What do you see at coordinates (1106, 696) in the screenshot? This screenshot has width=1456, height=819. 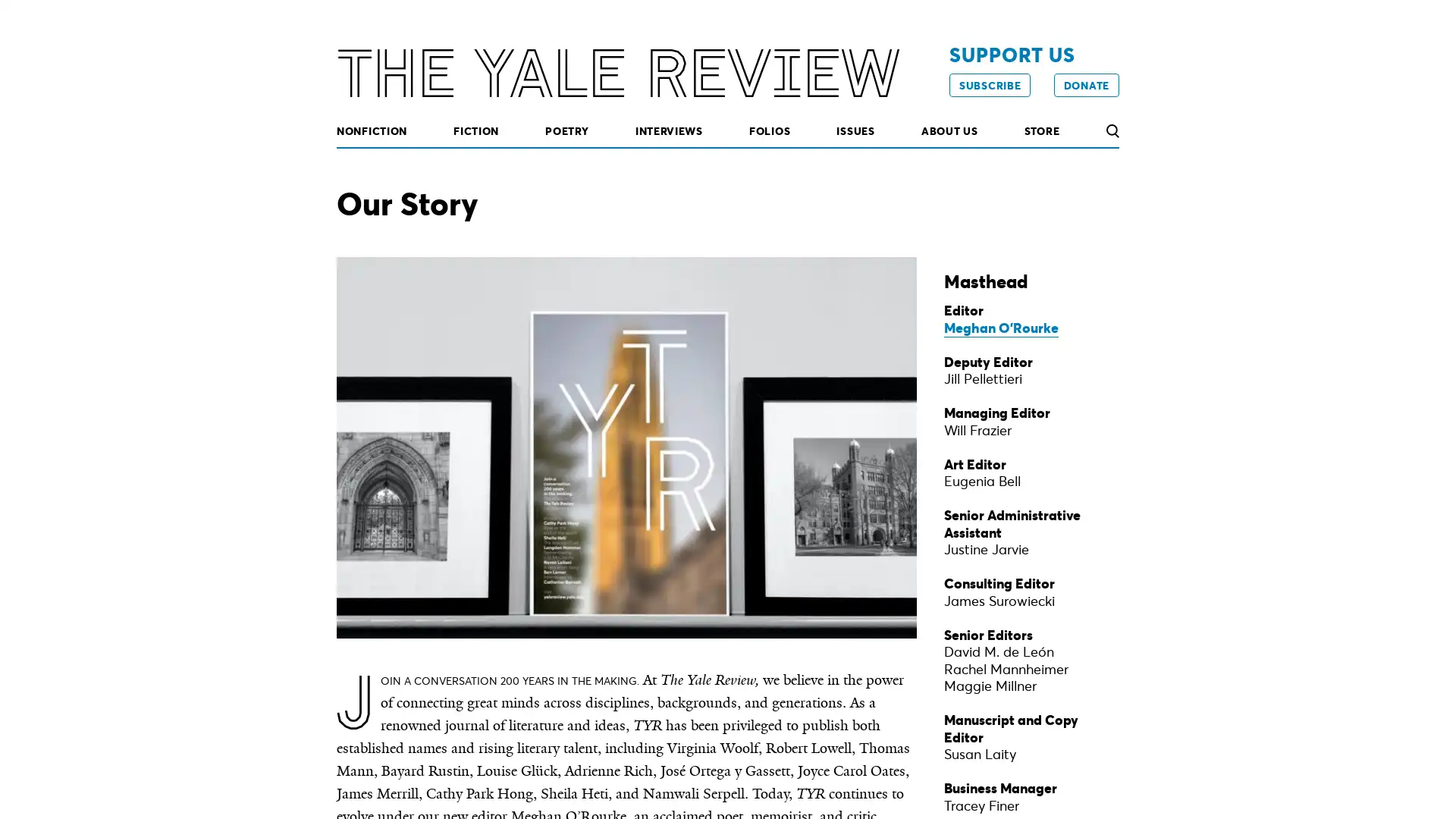 I see `close` at bounding box center [1106, 696].